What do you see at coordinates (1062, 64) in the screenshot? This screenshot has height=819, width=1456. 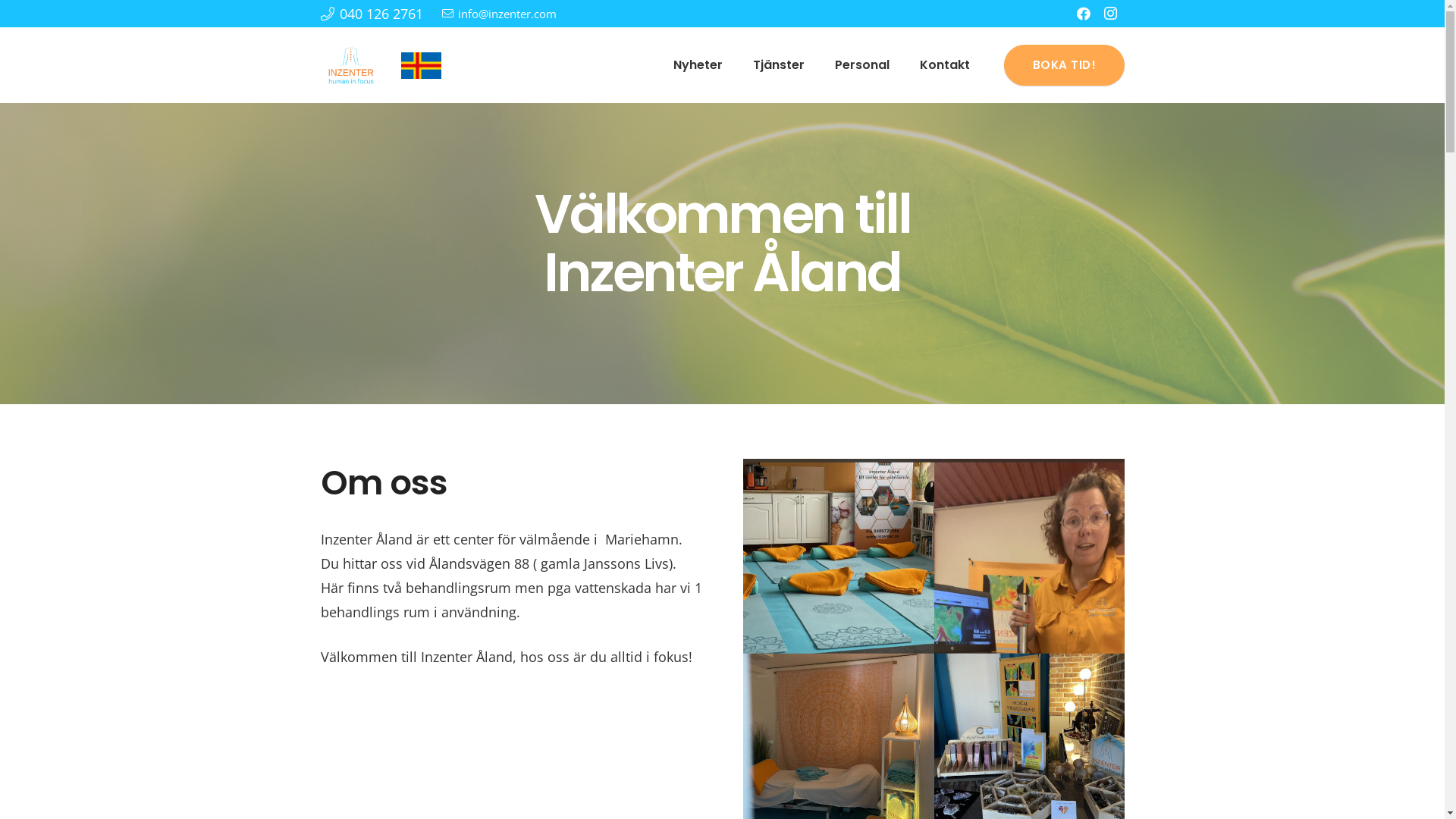 I see `'BOKA TID!'` at bounding box center [1062, 64].